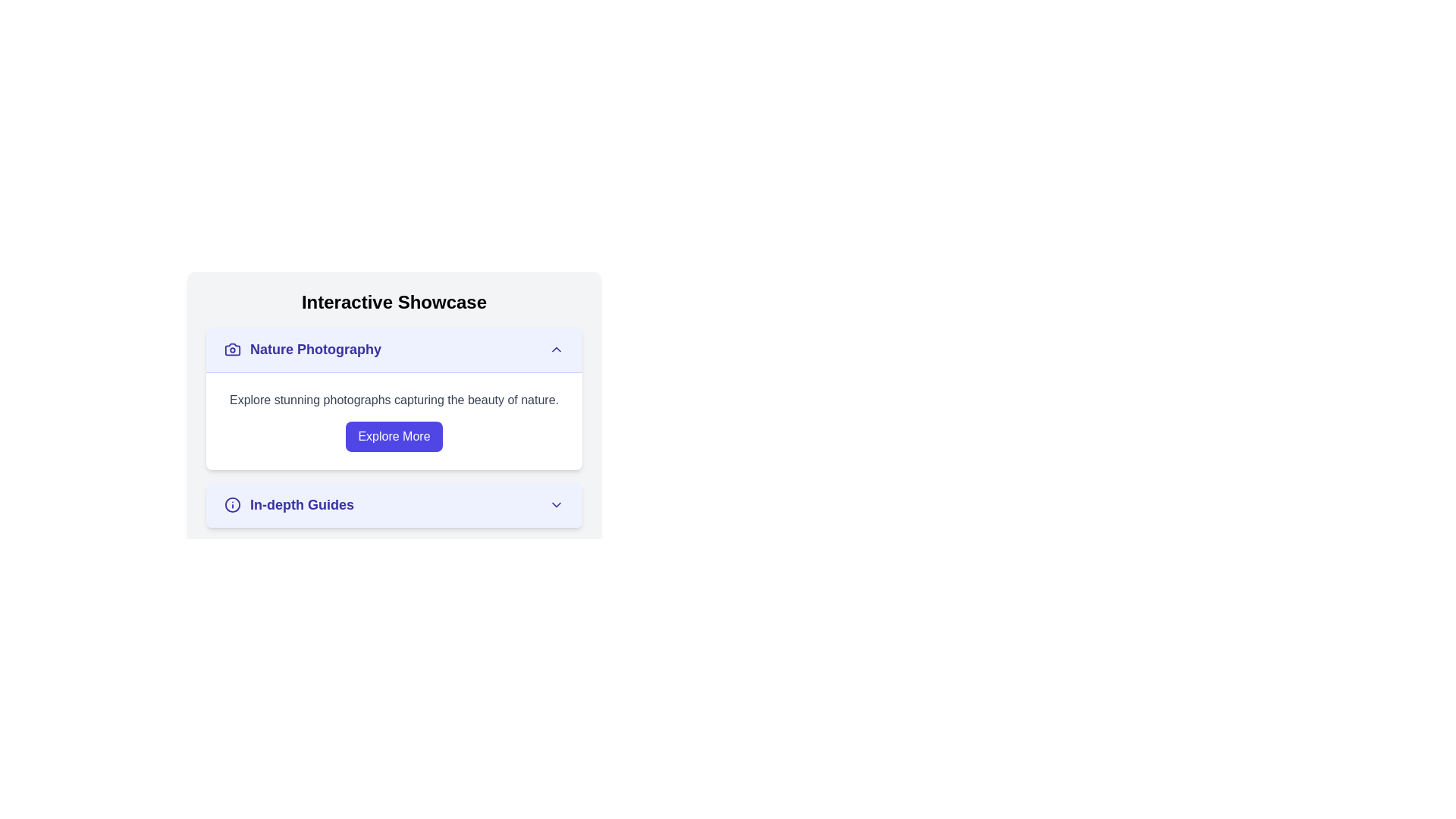  Describe the element at coordinates (394, 436) in the screenshot. I see `the 'Explore More' button` at that location.